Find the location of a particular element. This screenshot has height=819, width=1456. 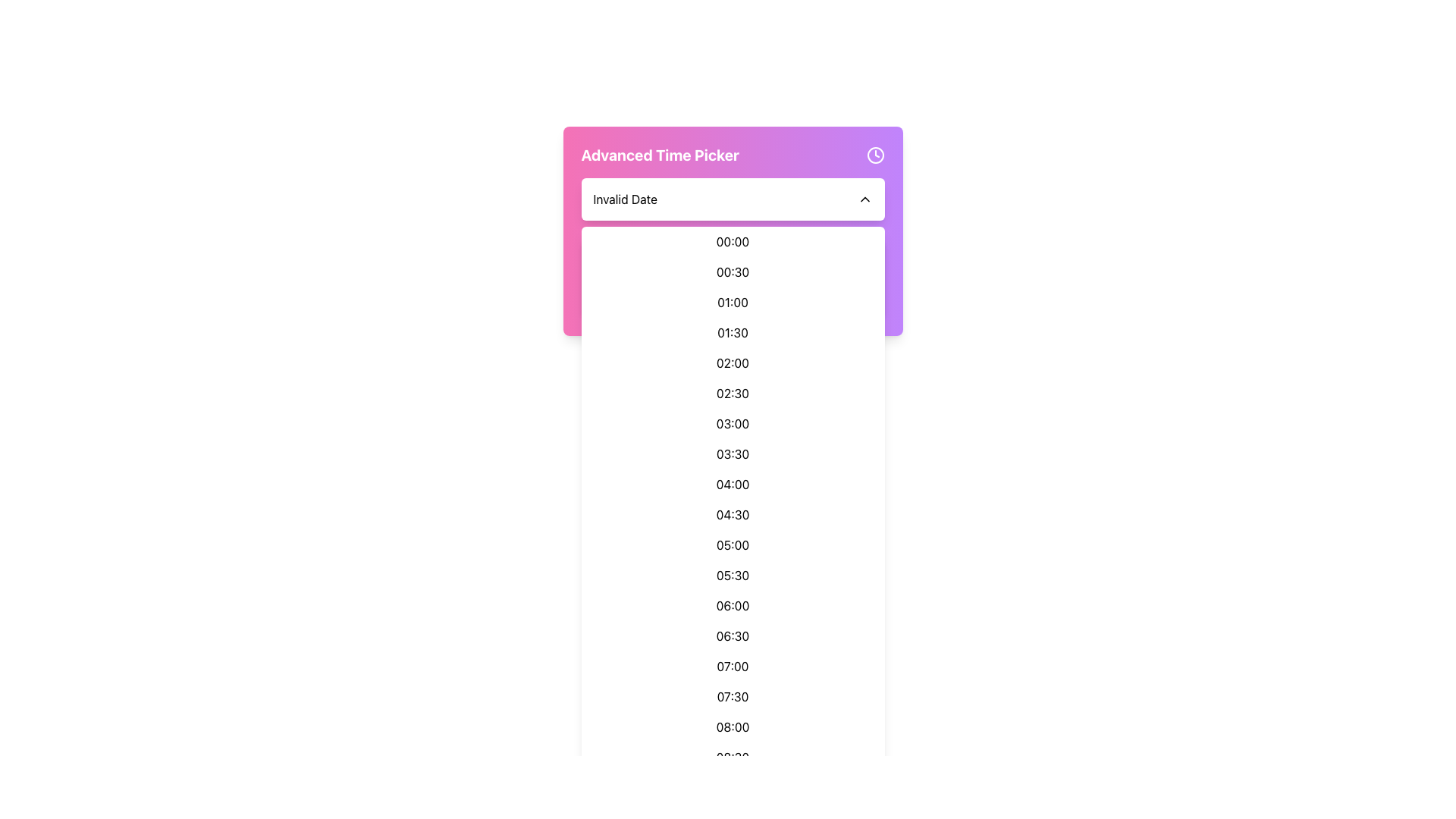

the circular clock icon with a stylized clock face located in the top-right corner of the 'Advanced Time Picker' header bar is located at coordinates (875, 155).